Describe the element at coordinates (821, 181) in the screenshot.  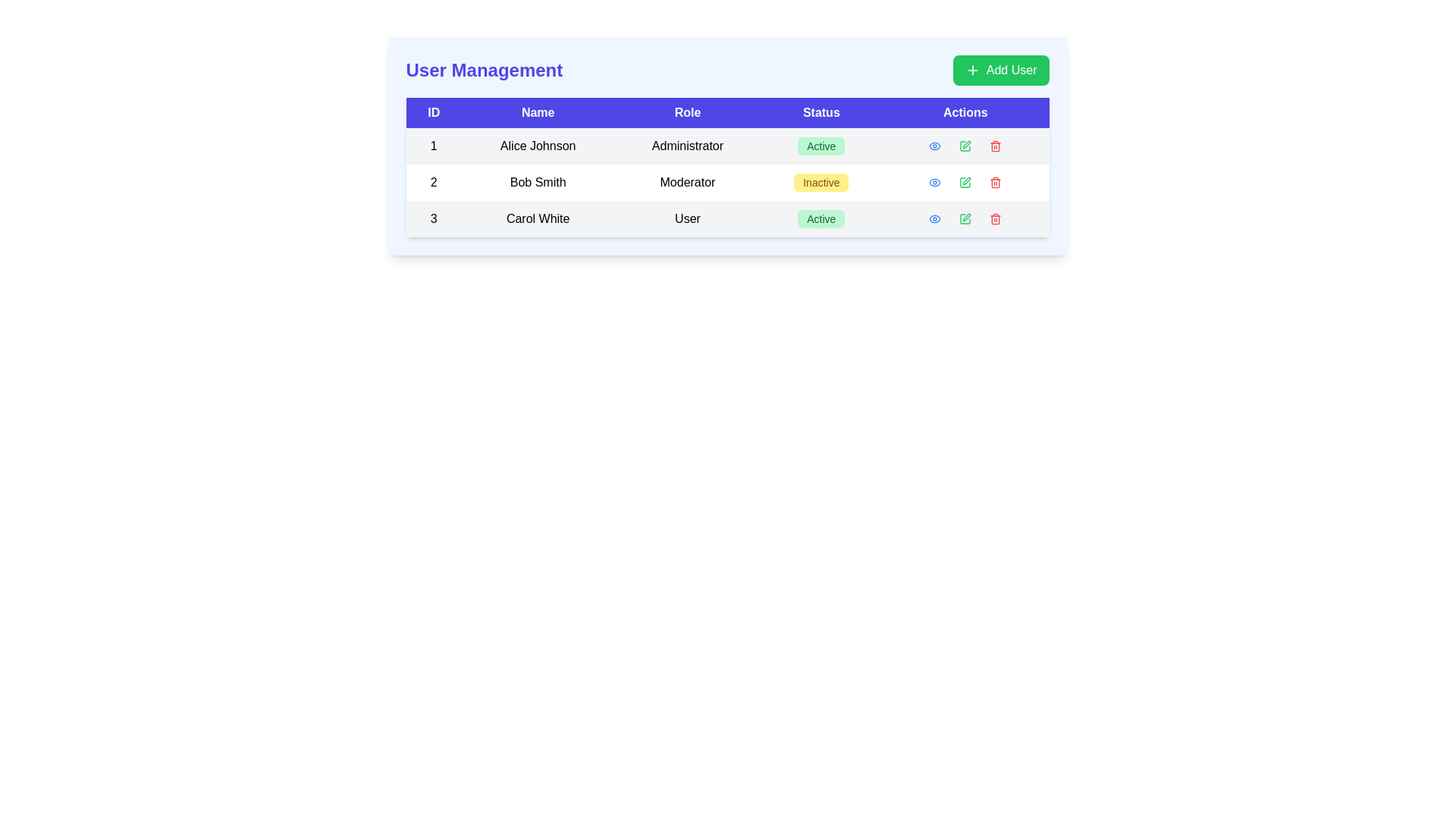
I see `the 'Status' label indicating 'Inactive' in the second row of the table, located between the 'Role' and 'Actions' columns` at that location.